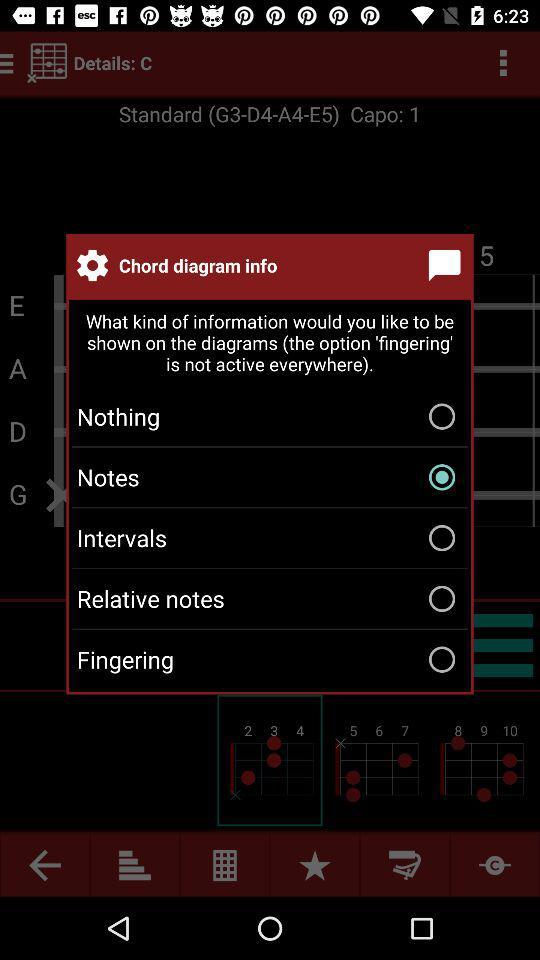 Image resolution: width=540 pixels, height=960 pixels. I want to click on nothing item, so click(270, 415).